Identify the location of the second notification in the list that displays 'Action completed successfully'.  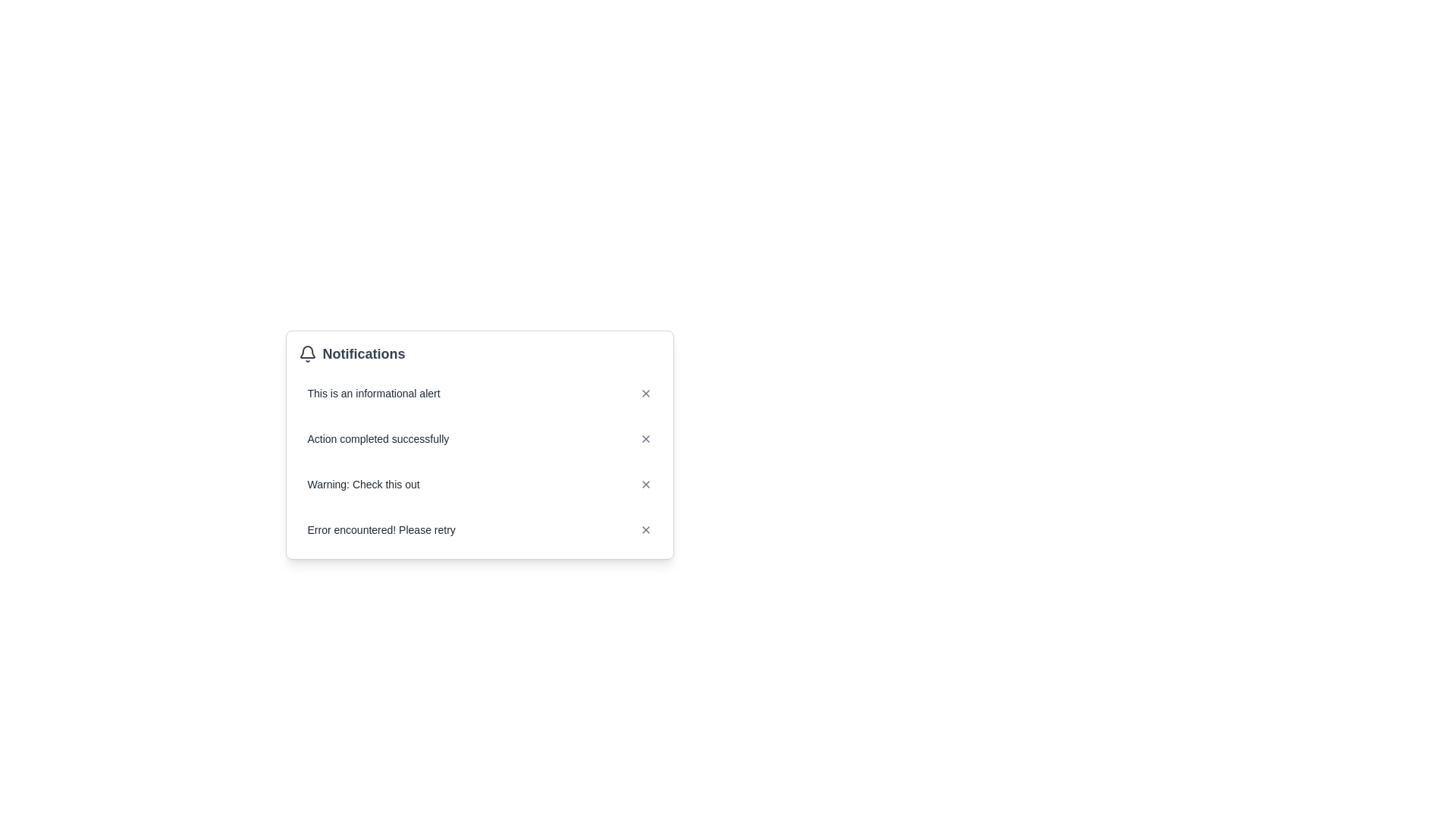
(479, 461).